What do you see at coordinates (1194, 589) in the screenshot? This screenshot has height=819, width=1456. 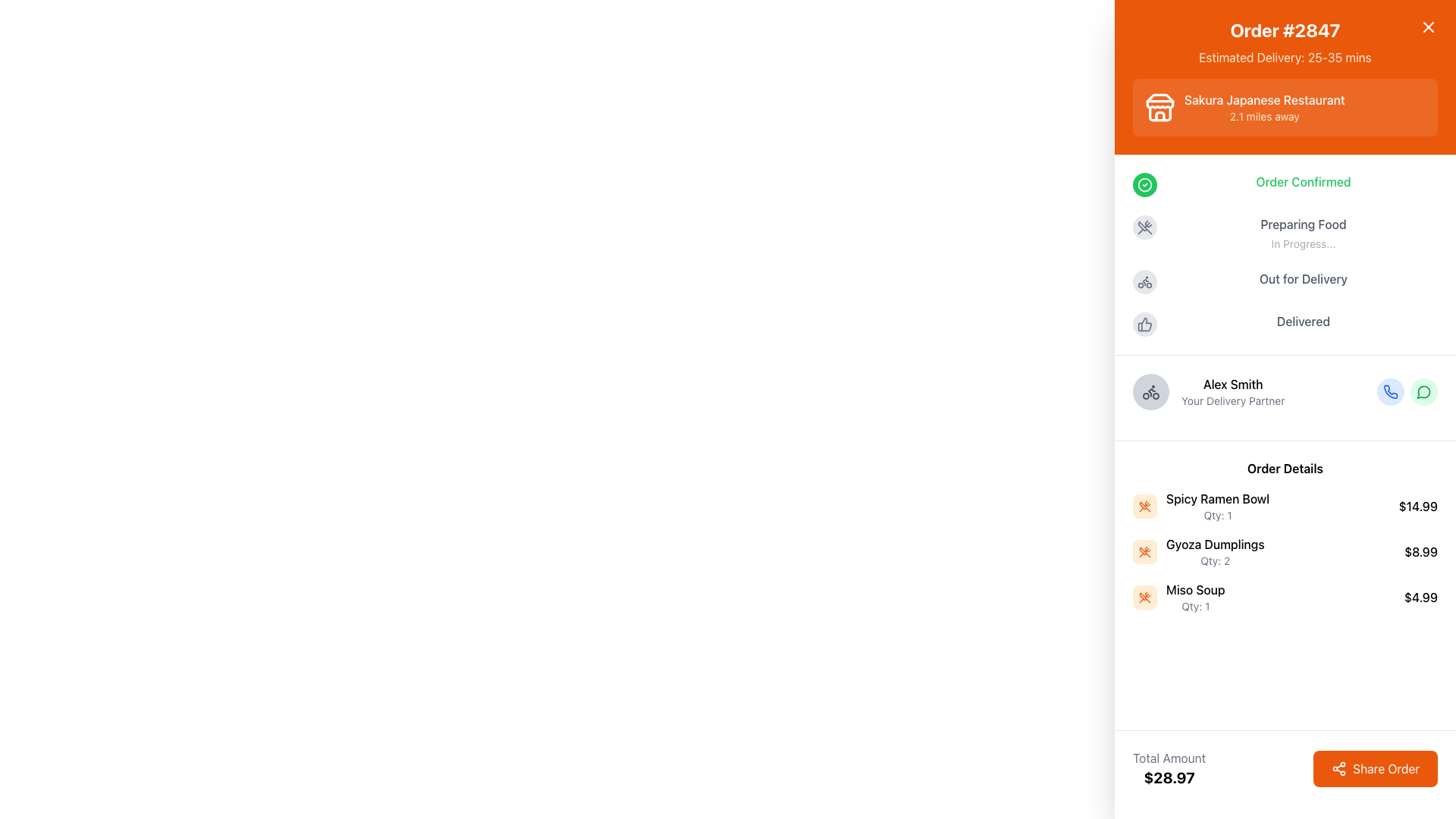 I see `the 'Miso Soup' text label which is styled with medium-weight typography and is part of the 'Order Details' section, positioned above the quantity information` at bounding box center [1194, 589].